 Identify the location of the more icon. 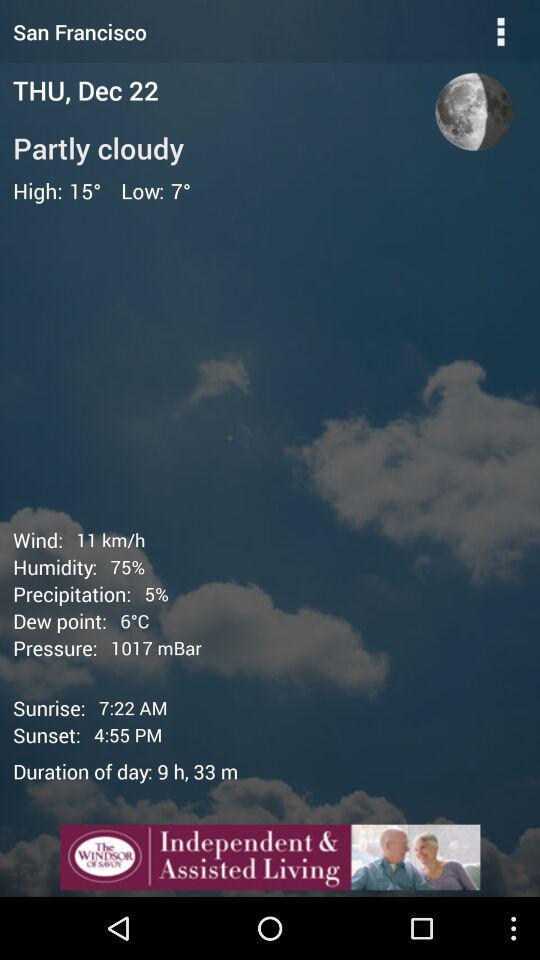
(500, 33).